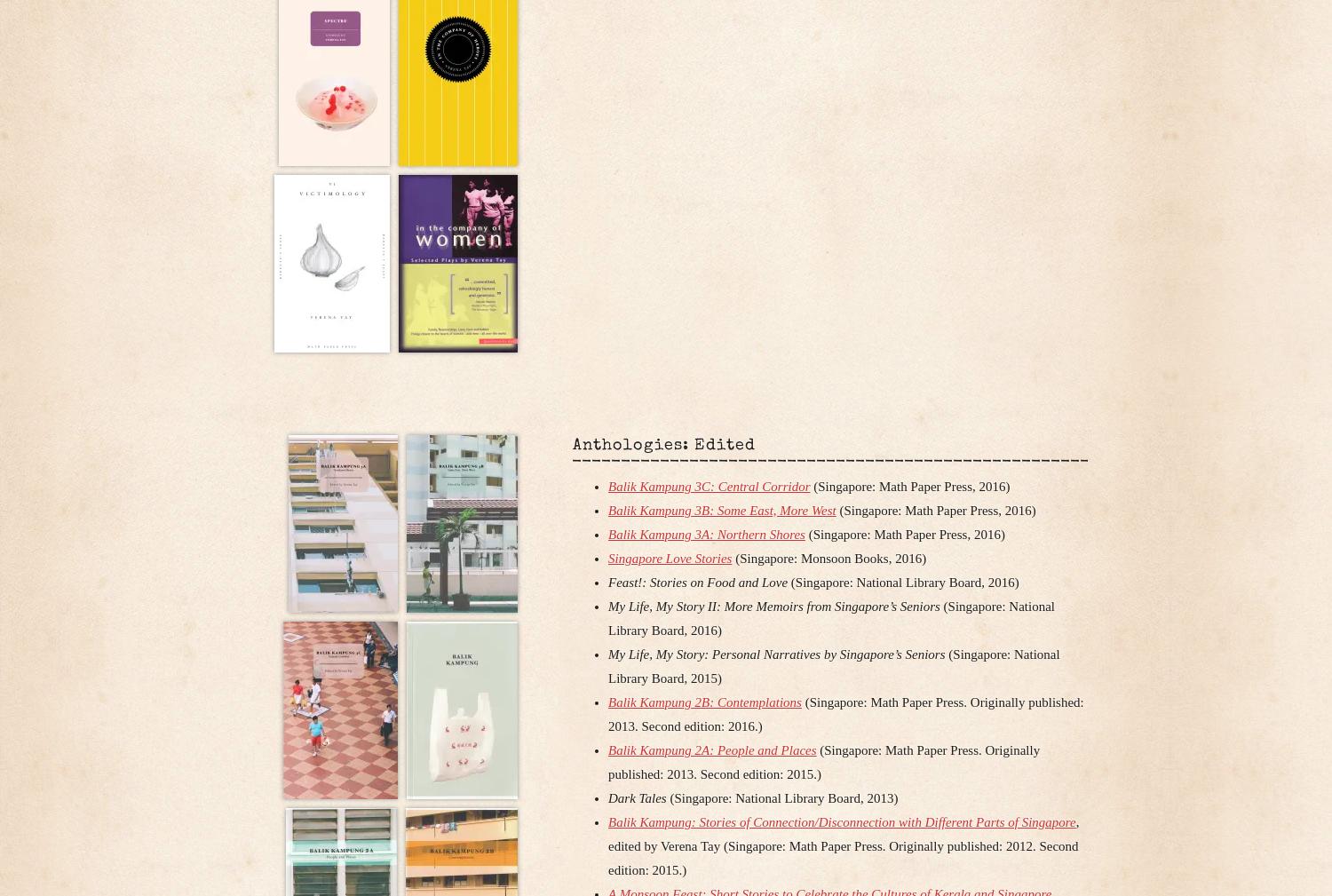  What do you see at coordinates (709, 485) in the screenshot?
I see `'Balik Kampung 3C: Central Corridor'` at bounding box center [709, 485].